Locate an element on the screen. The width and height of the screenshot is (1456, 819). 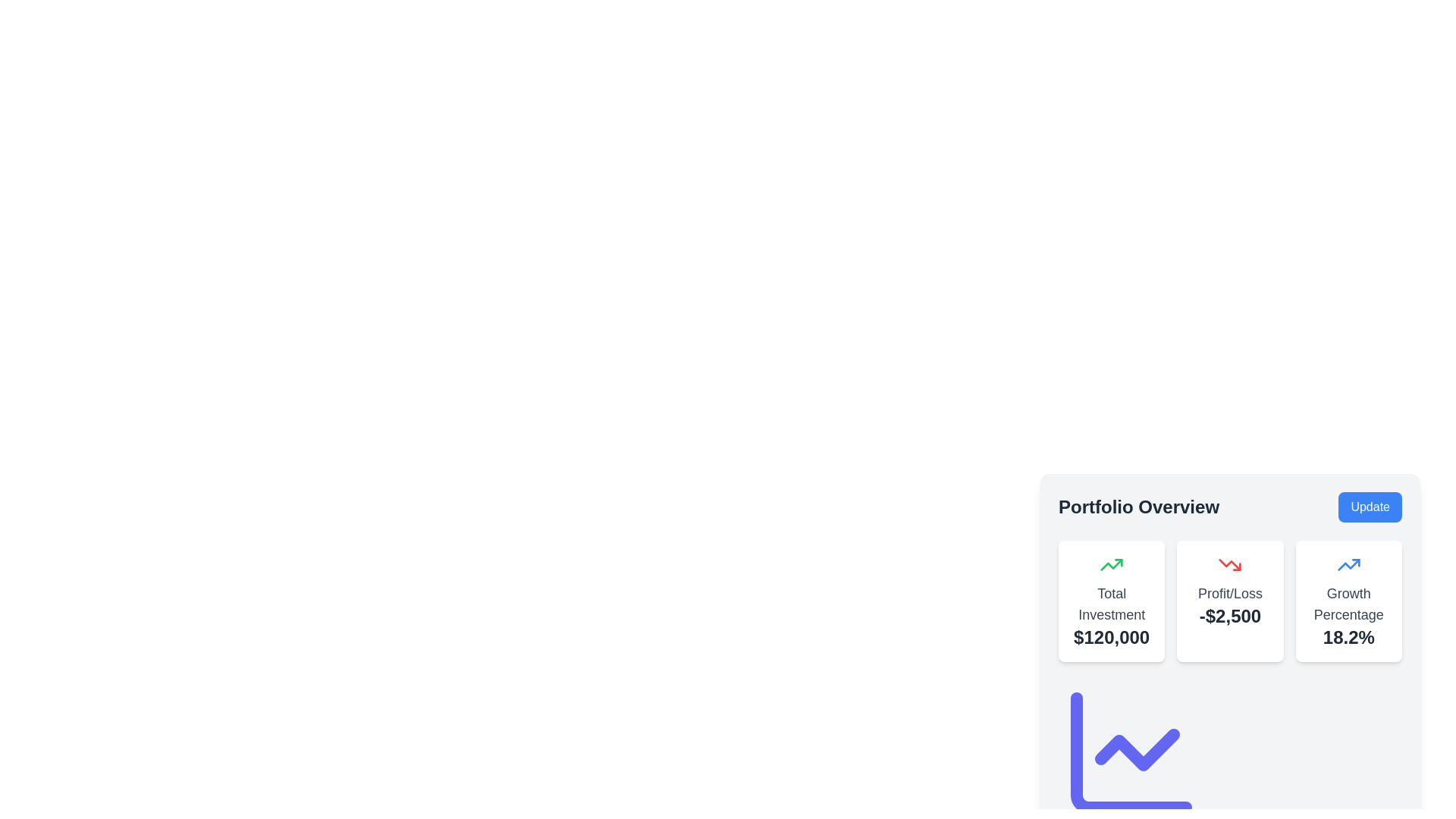
displayed information from the Informational Widget located centrally towards the bottom-right of the interface, which provides an overview of portfolio investments and includes an 'Update' button is located at coordinates (1230, 620).